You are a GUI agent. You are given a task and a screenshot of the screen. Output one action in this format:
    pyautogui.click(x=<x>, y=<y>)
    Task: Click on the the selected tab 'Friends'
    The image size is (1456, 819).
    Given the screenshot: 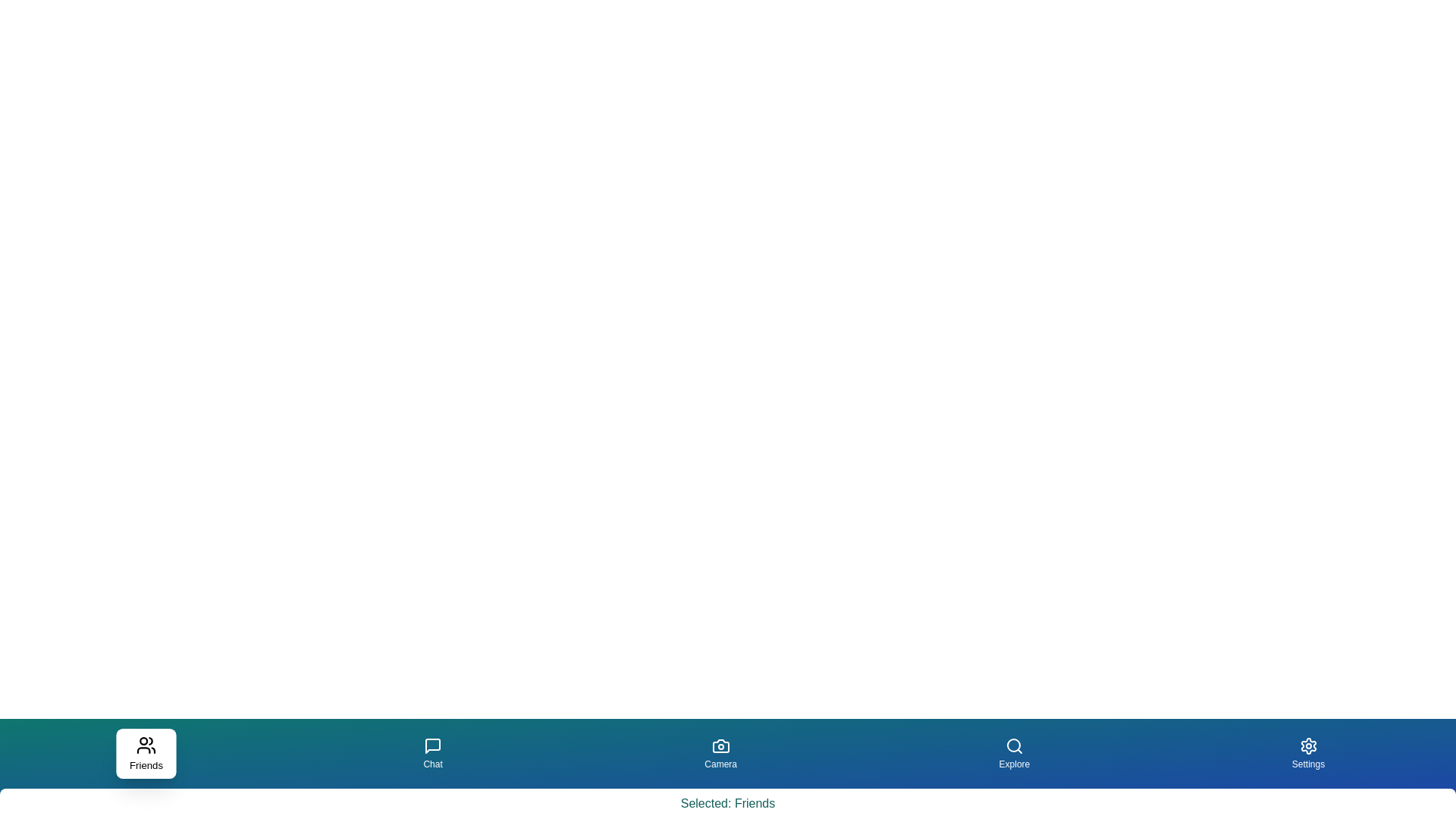 What is the action you would take?
    pyautogui.click(x=146, y=754)
    